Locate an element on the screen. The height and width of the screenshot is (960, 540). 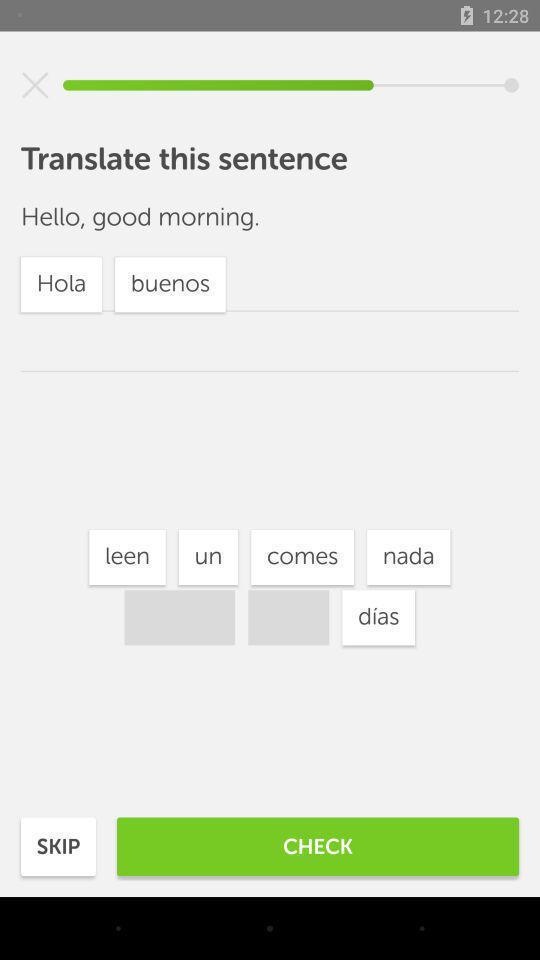
the item to the right of the leen is located at coordinates (207, 557).